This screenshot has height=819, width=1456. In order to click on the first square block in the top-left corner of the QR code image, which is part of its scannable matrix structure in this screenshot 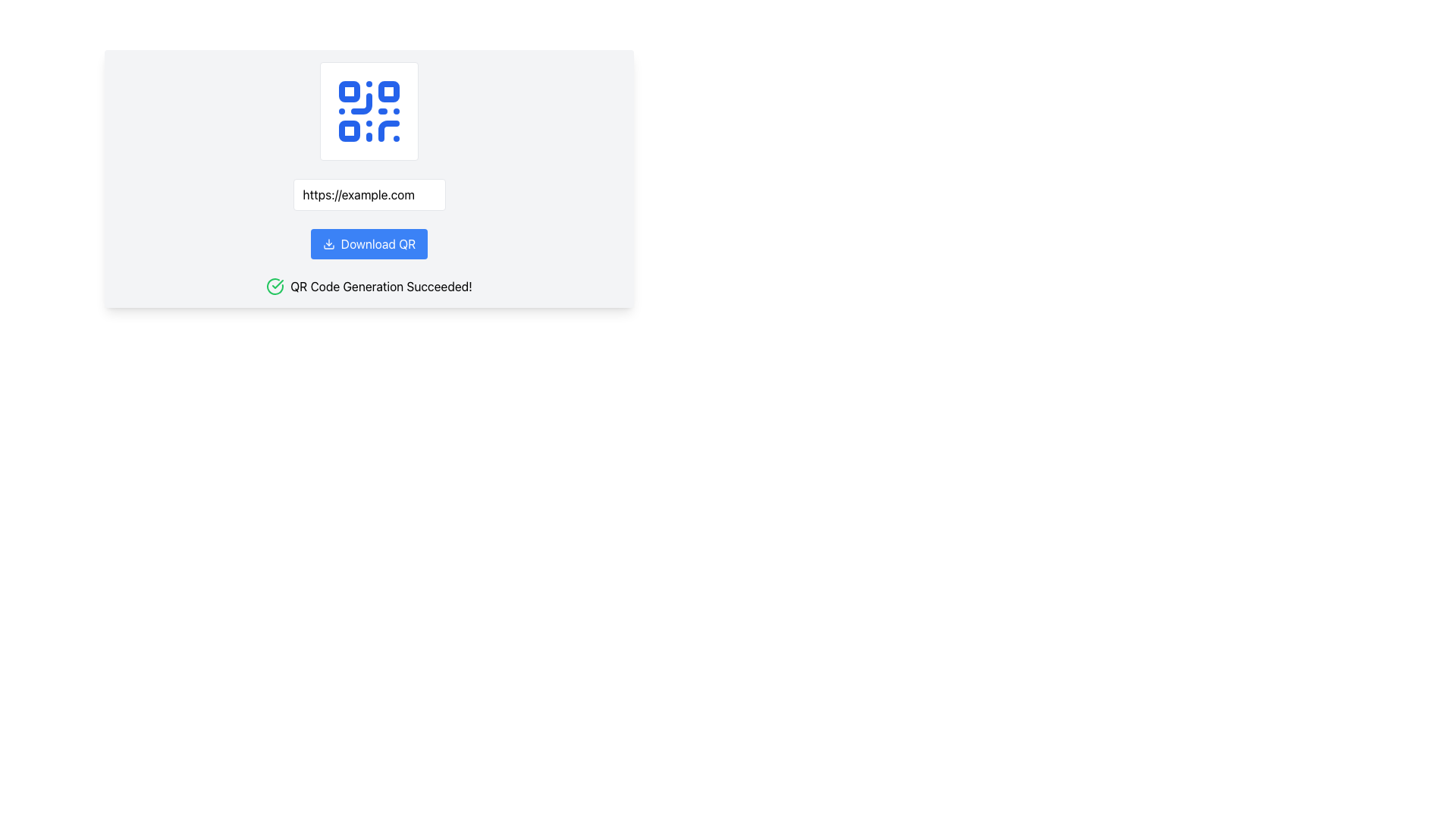, I will do `click(348, 91)`.